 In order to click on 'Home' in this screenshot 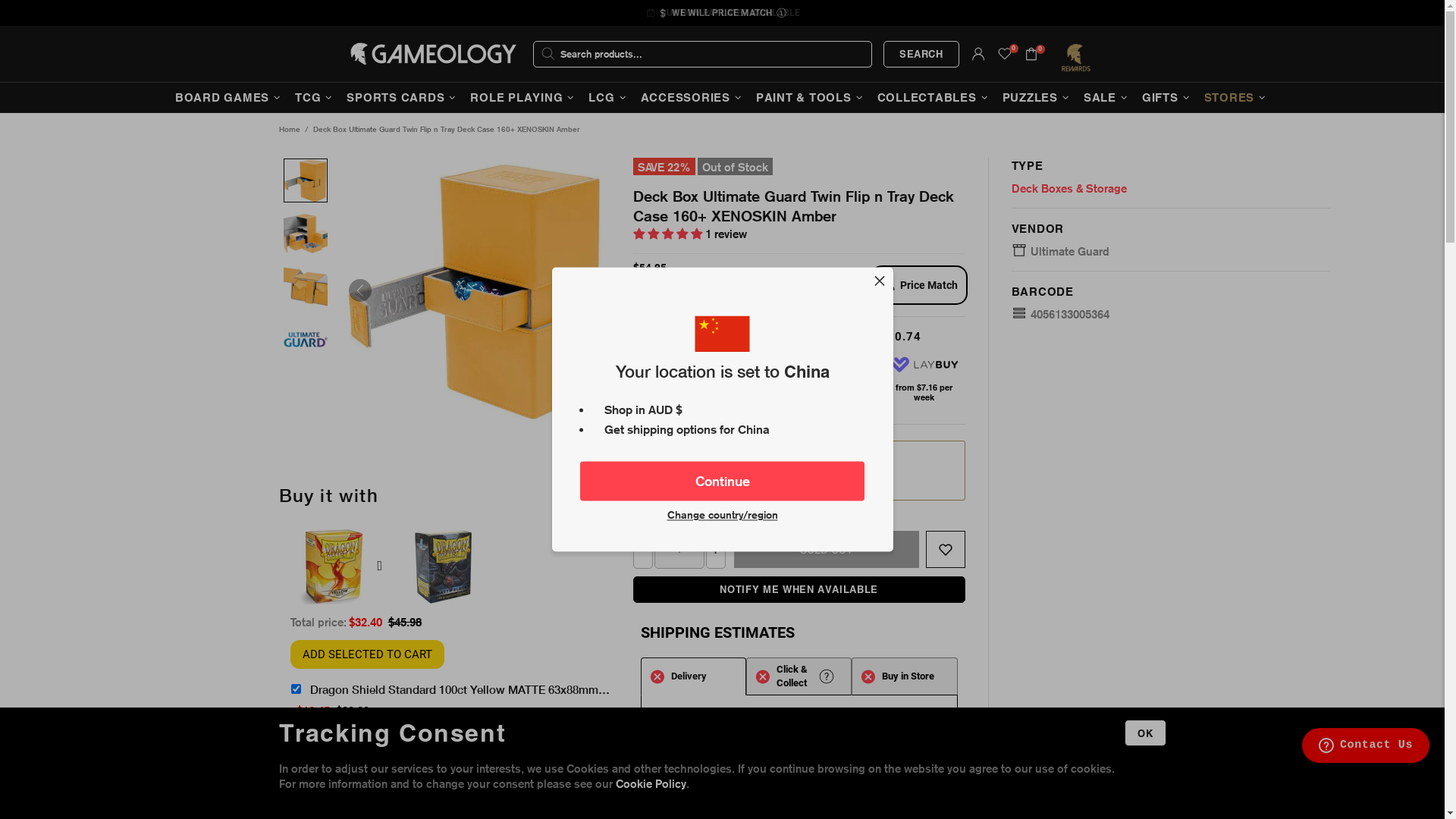, I will do `click(288, 128)`.